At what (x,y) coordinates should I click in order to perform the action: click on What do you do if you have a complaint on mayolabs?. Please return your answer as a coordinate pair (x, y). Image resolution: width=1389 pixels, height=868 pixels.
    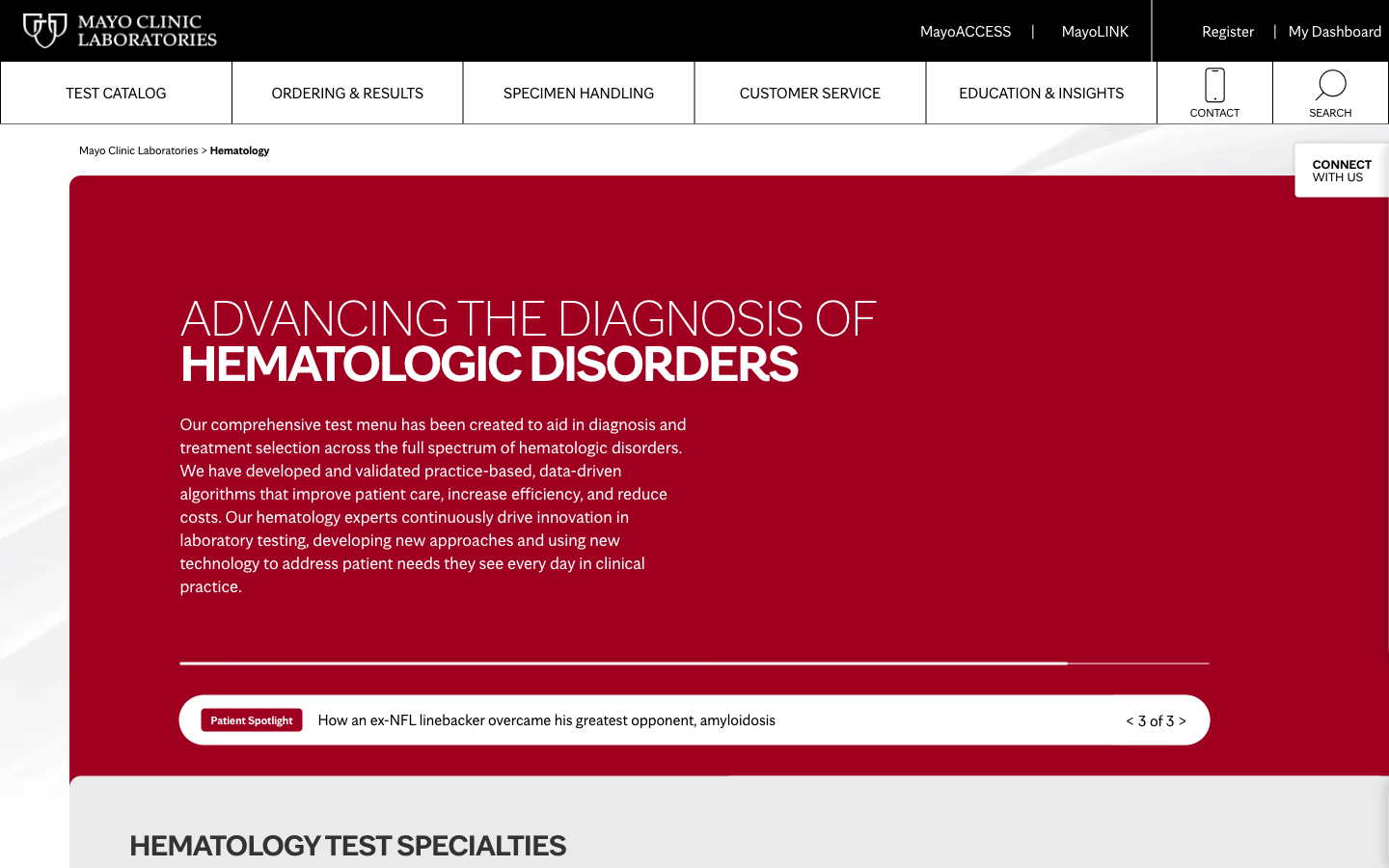
    Looking at the image, I should click on (809, 92).